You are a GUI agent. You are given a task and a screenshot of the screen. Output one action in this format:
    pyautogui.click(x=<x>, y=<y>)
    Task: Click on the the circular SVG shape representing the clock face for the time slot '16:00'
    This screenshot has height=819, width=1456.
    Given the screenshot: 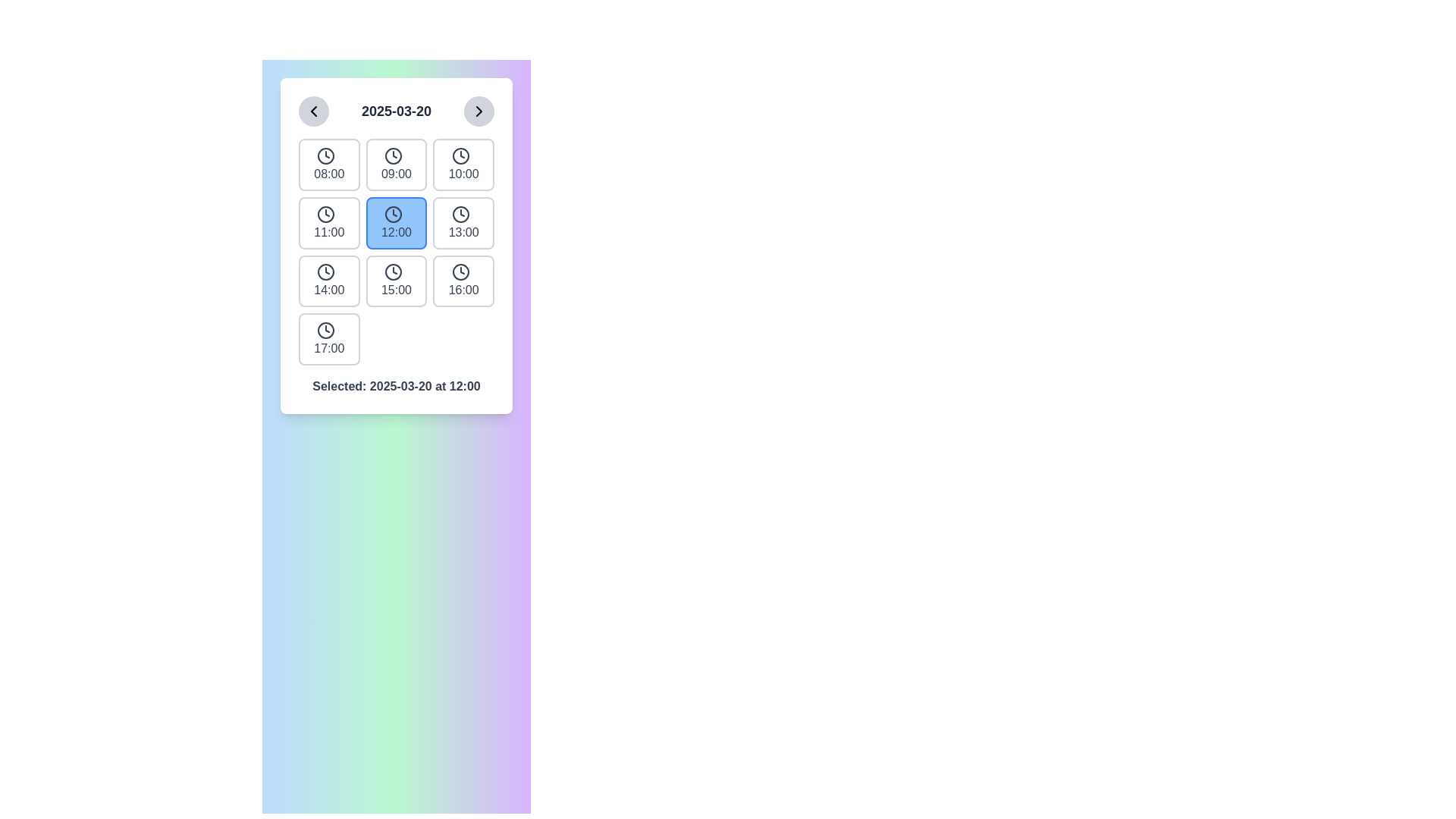 What is the action you would take?
    pyautogui.click(x=460, y=271)
    